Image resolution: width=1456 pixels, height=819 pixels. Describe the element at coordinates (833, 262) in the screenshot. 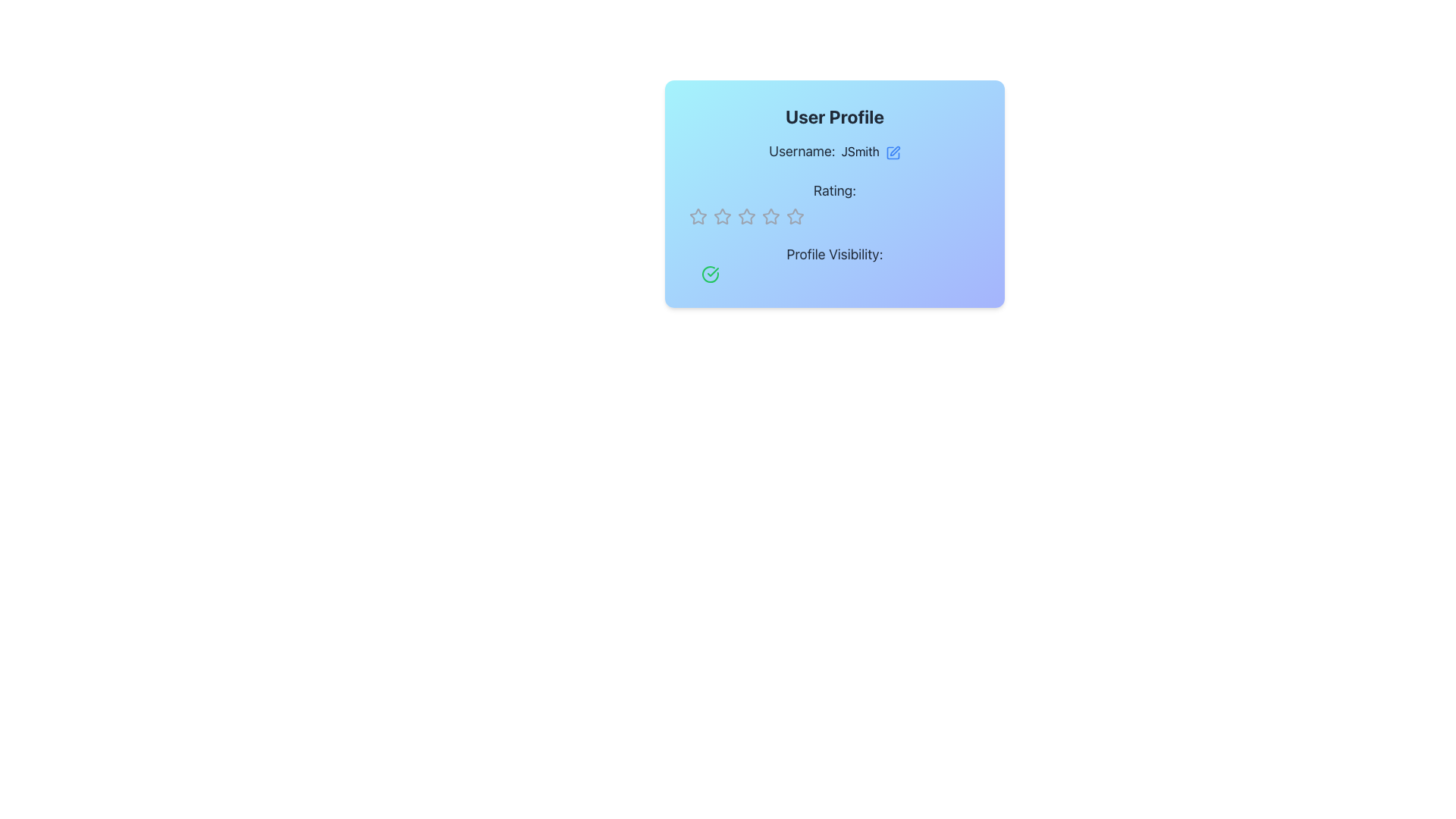

I see `visibility status indicated by the Label with icon featuring a green checkmark, located as the fourth element within the user profile card below the 'Rating:' section` at that location.